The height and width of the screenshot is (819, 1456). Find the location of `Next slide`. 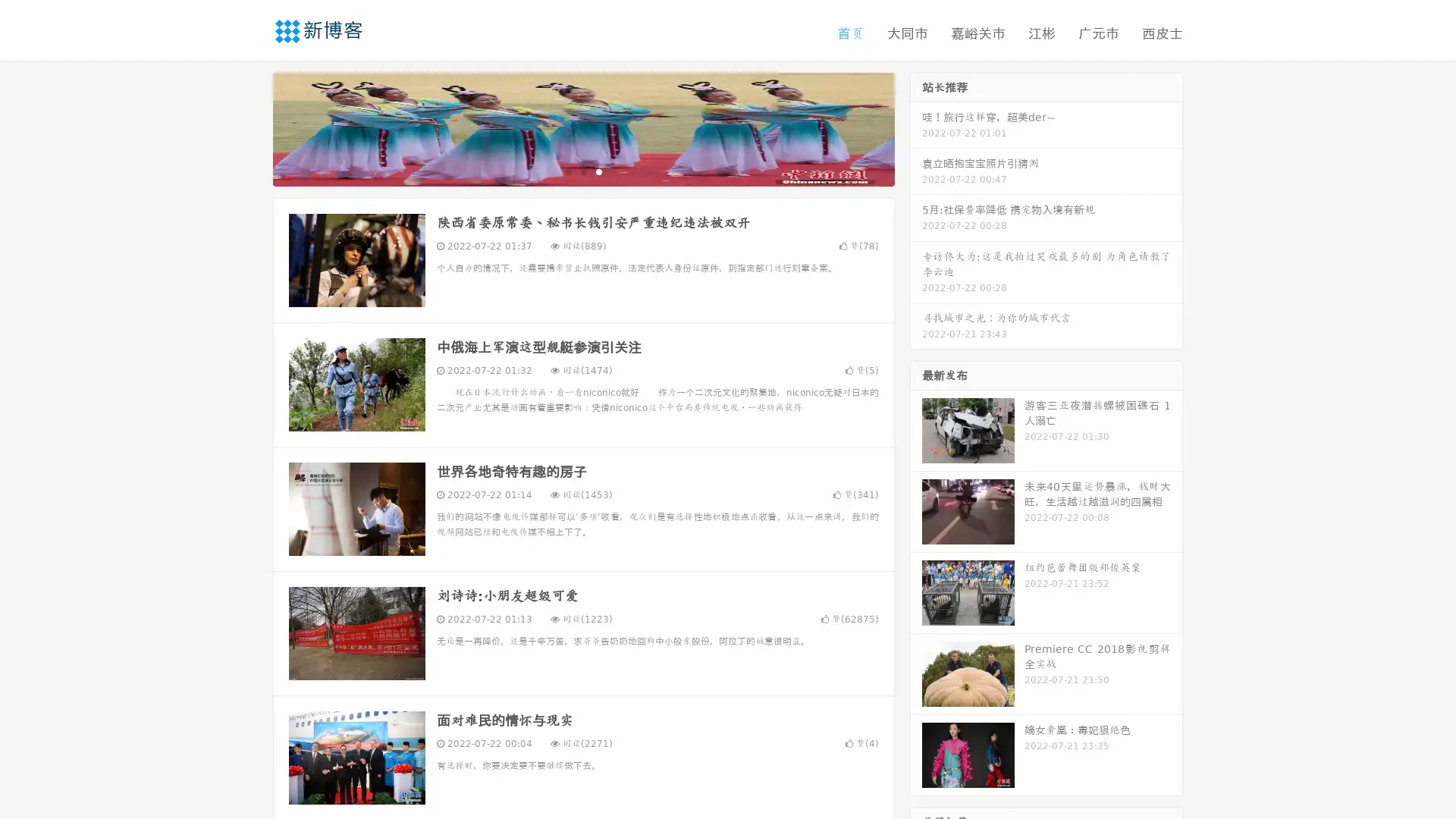

Next slide is located at coordinates (916, 127).